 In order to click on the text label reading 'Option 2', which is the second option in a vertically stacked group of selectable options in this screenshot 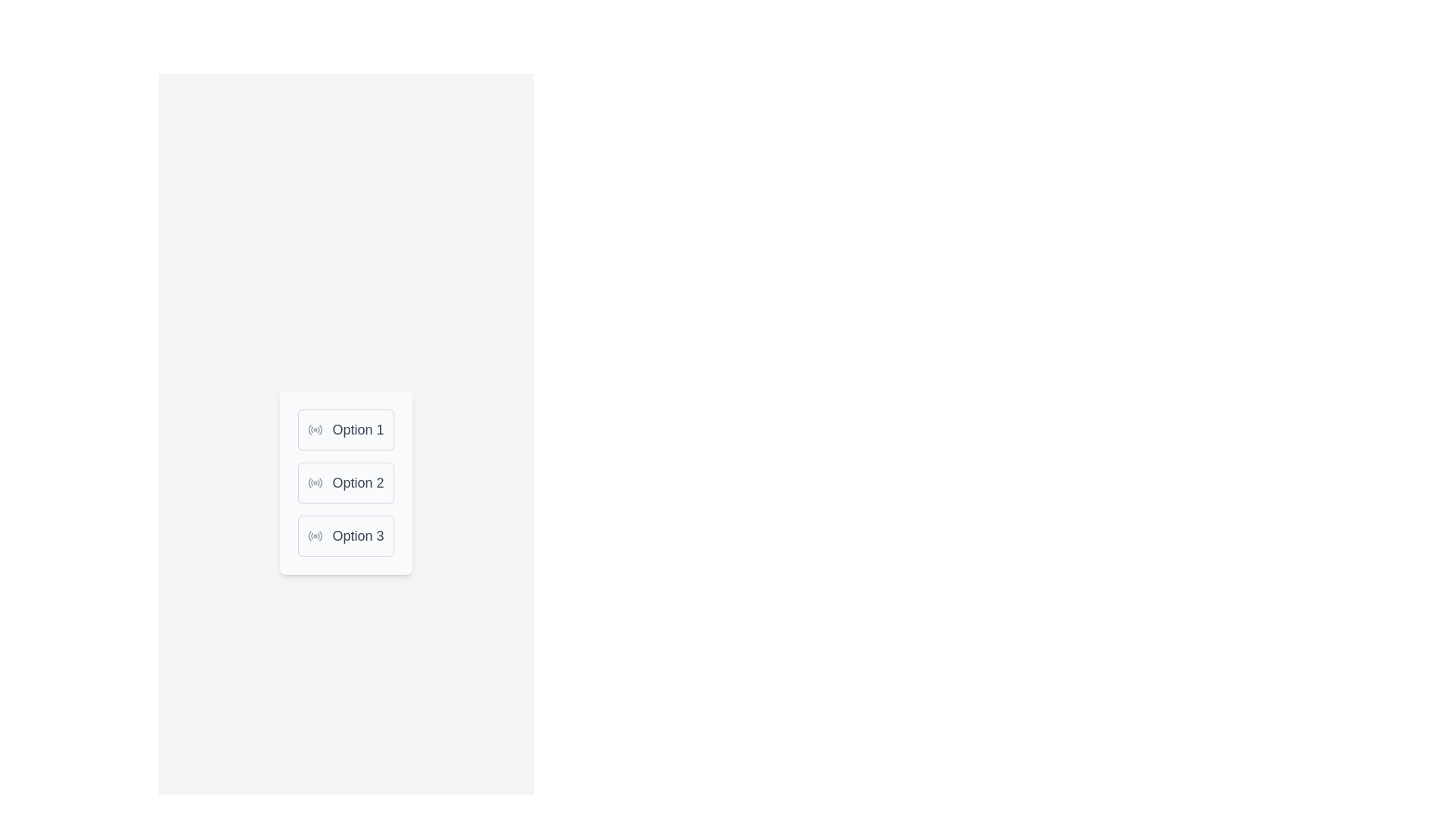, I will do `click(357, 482)`.